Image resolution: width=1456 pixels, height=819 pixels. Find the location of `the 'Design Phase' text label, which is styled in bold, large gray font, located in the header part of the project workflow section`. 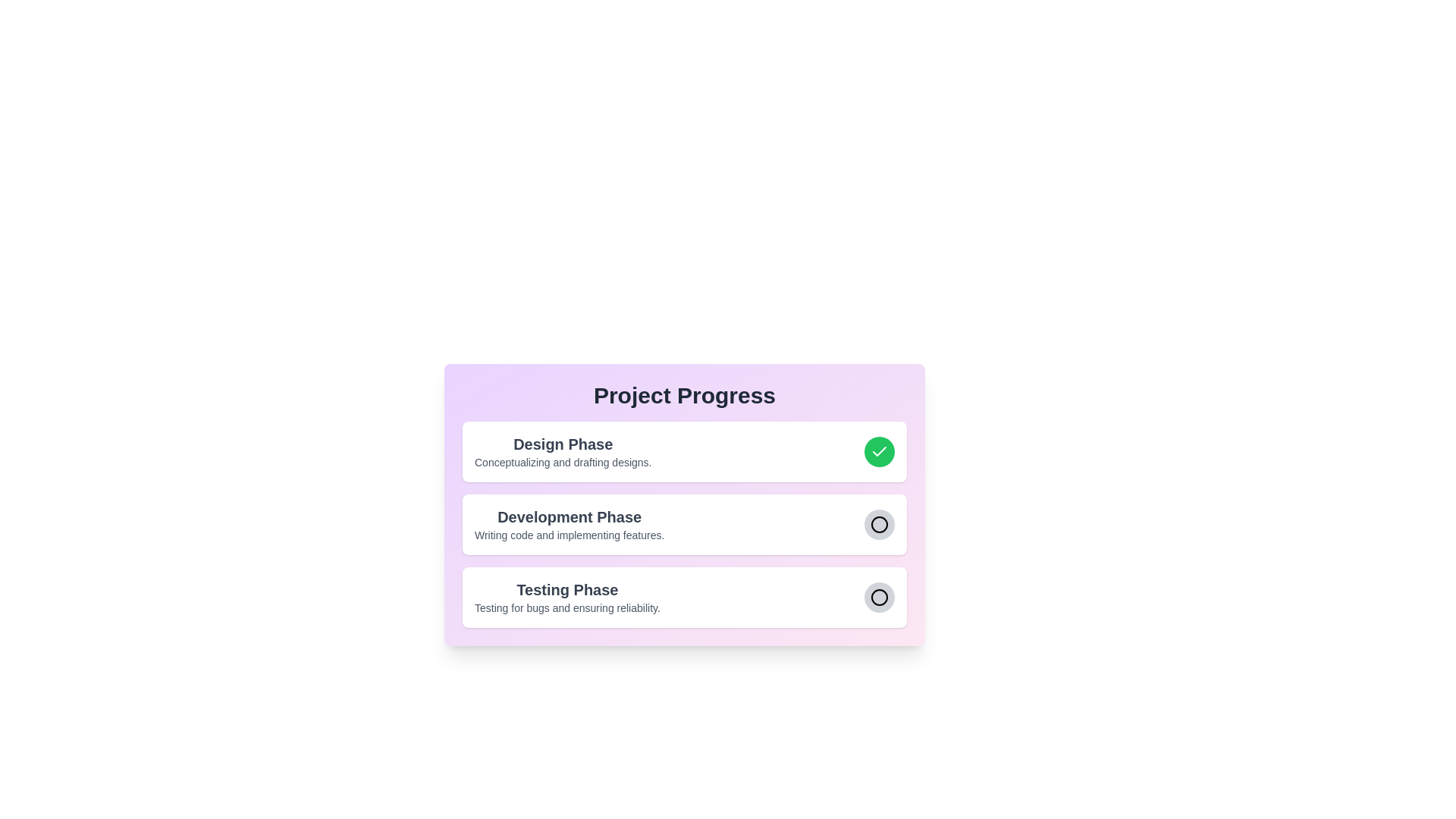

the 'Design Phase' text label, which is styled in bold, large gray font, located in the header part of the project workflow section is located at coordinates (562, 444).